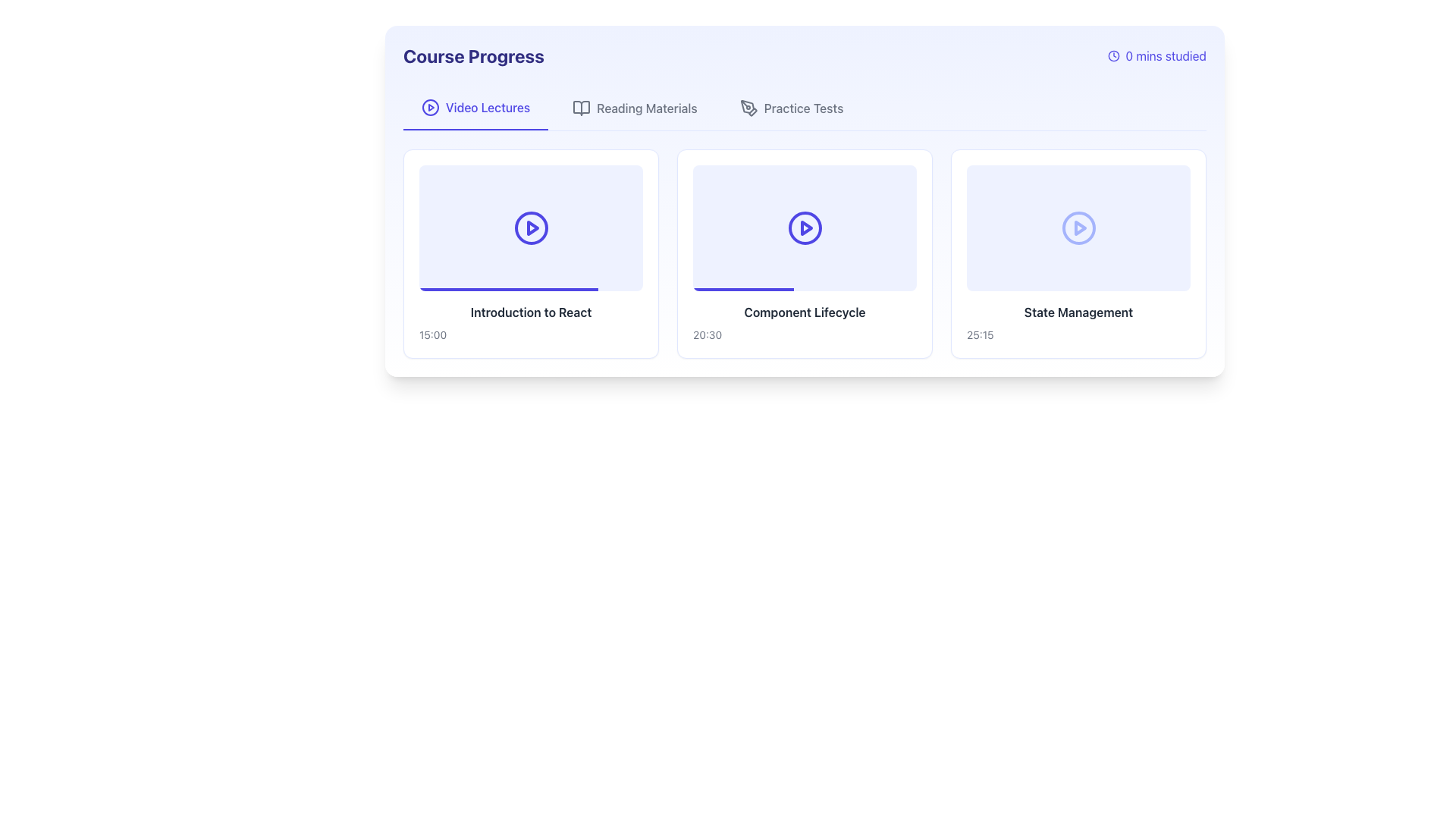 This screenshot has width=1456, height=819. Describe the element at coordinates (429, 107) in the screenshot. I see `the central circular part of the play button icon, which is represented by an SVG circle element` at that location.